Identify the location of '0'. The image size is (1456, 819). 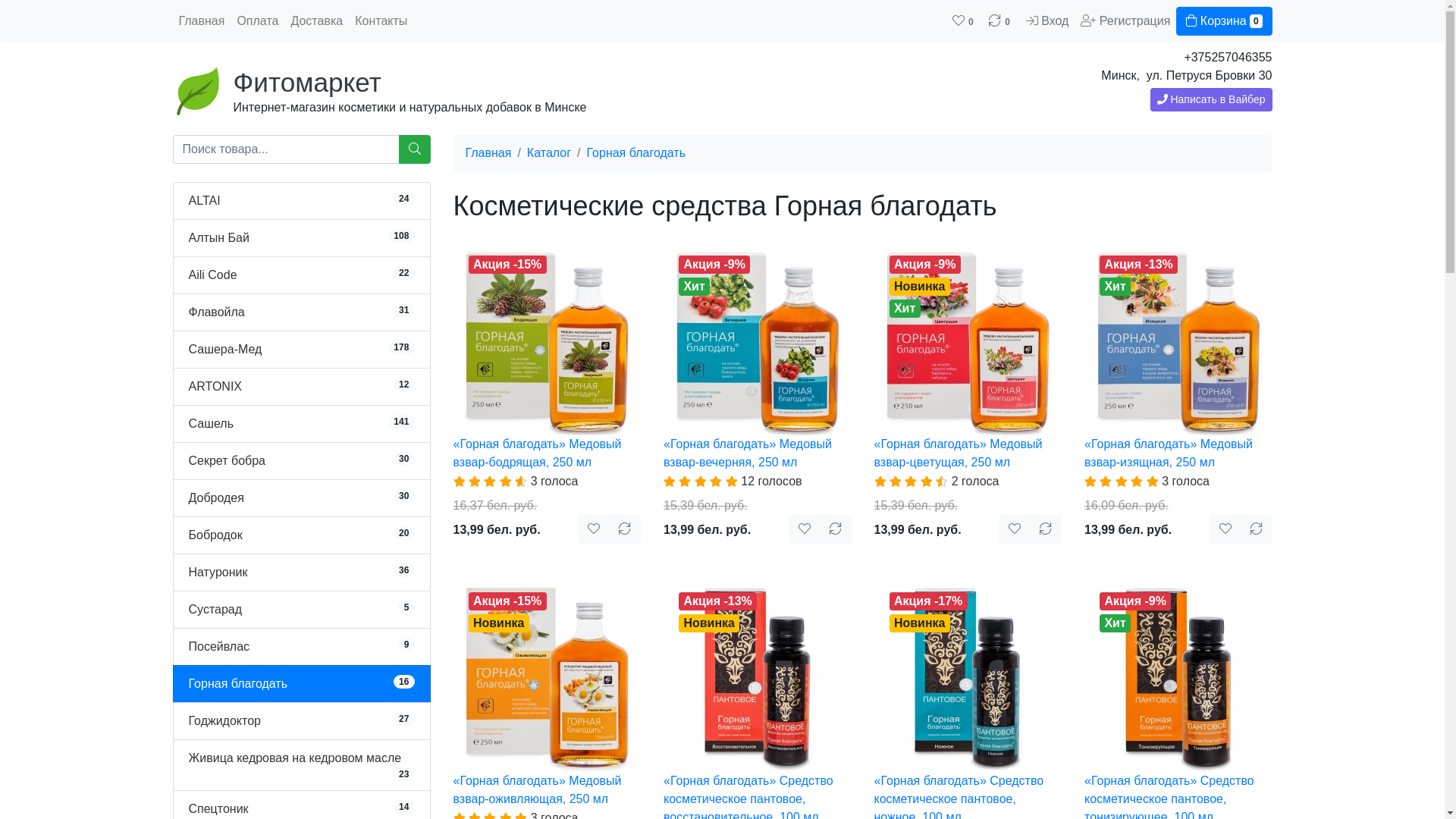
(1001, 20).